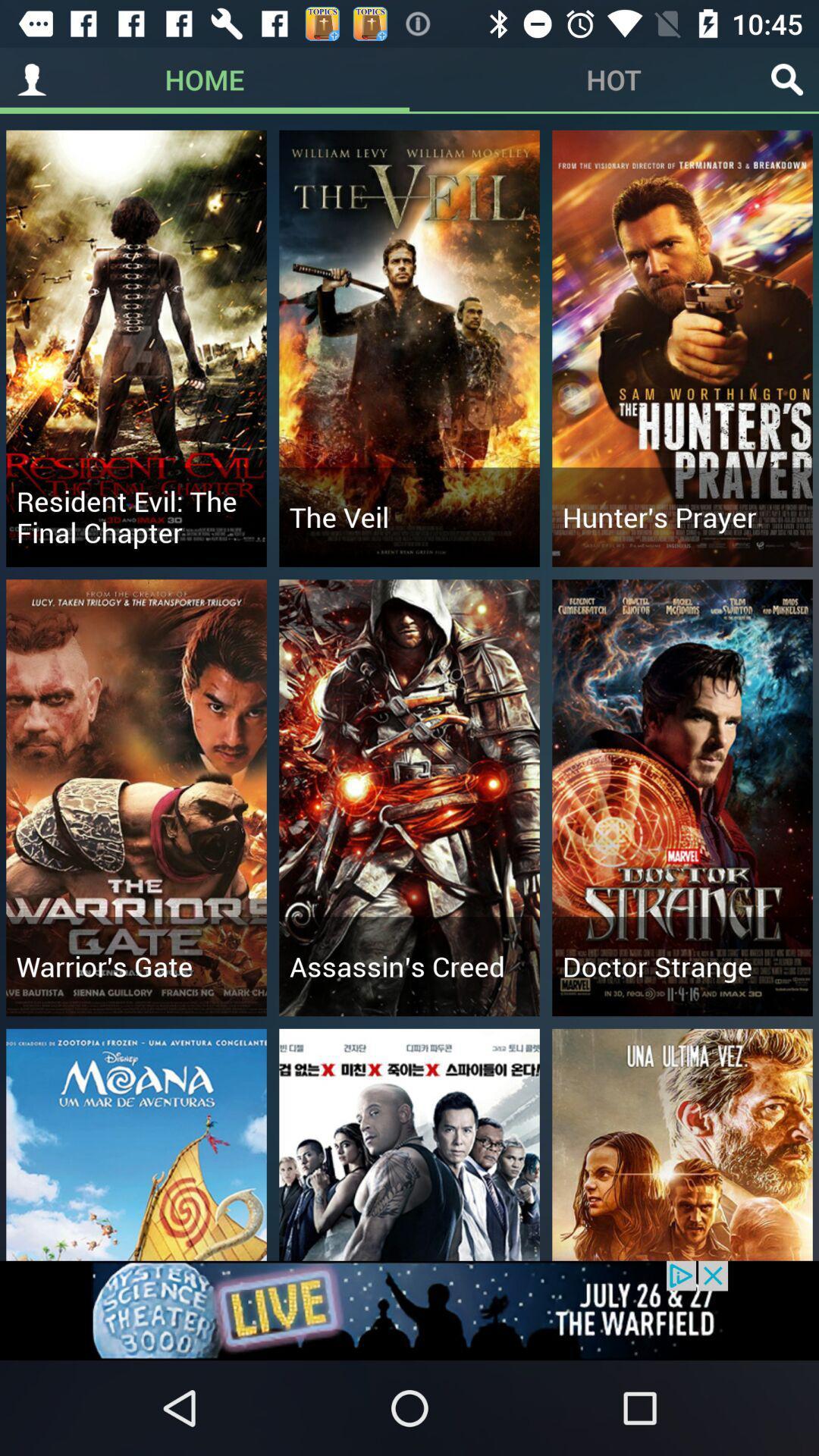 The image size is (819, 1456). What do you see at coordinates (136, 796) in the screenshot?
I see `1st image in 2nd row` at bounding box center [136, 796].